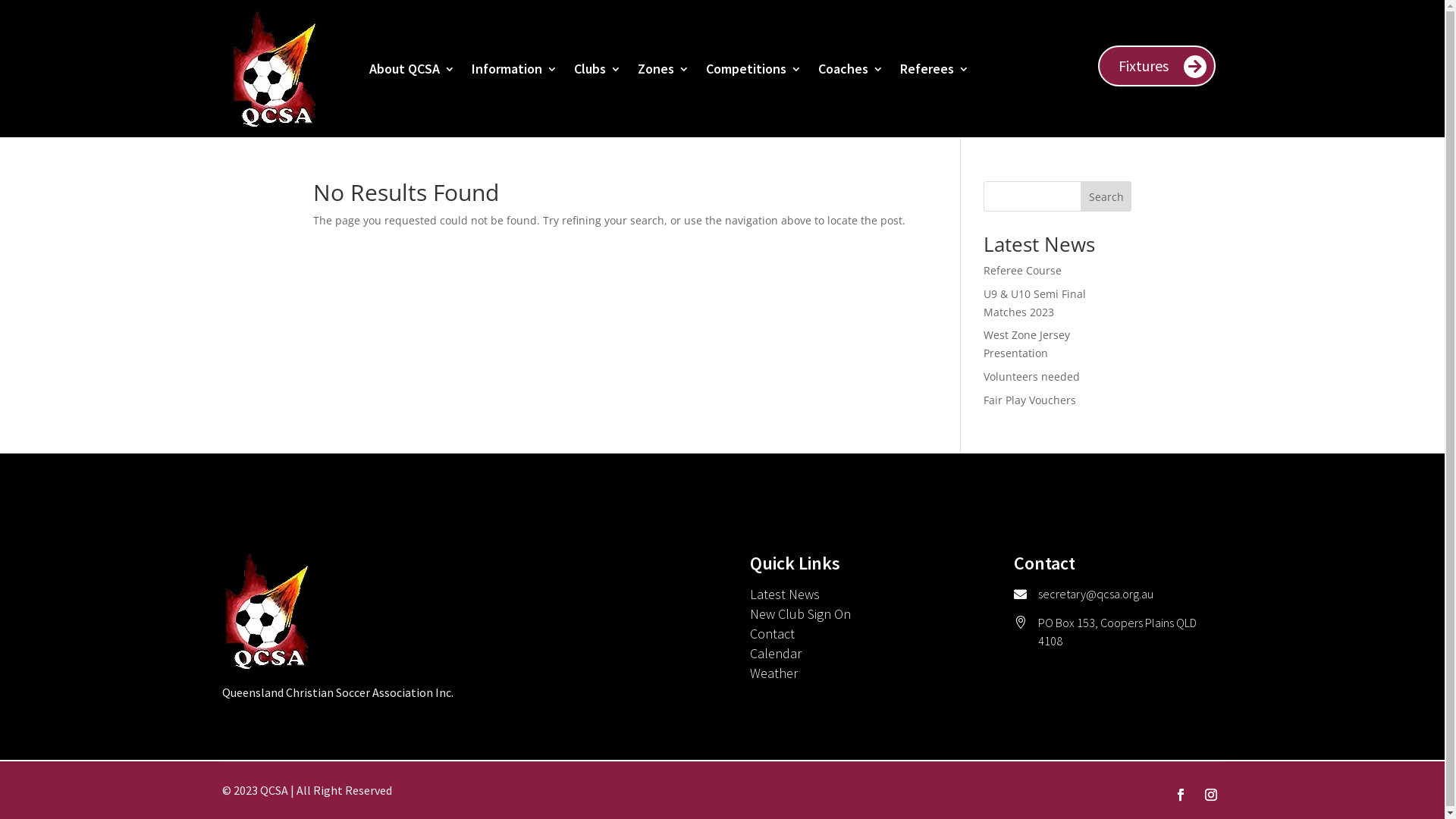 This screenshot has width=1456, height=819. I want to click on 'About QCSA', so click(411, 68).